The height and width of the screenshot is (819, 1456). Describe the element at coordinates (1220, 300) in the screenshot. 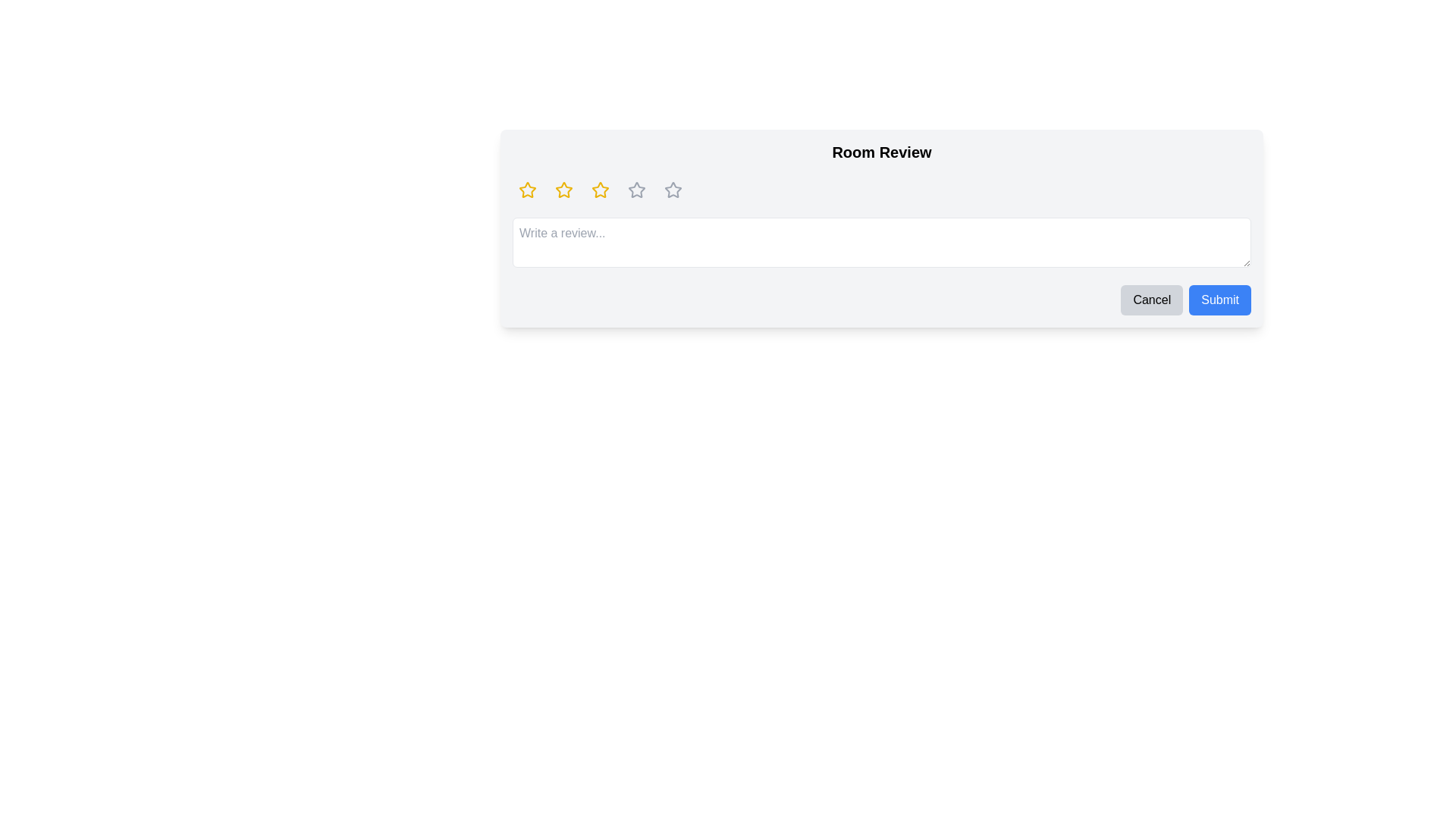

I see `the submit button located to the right of the gray 'Cancel' button to observe the hover effect` at that location.